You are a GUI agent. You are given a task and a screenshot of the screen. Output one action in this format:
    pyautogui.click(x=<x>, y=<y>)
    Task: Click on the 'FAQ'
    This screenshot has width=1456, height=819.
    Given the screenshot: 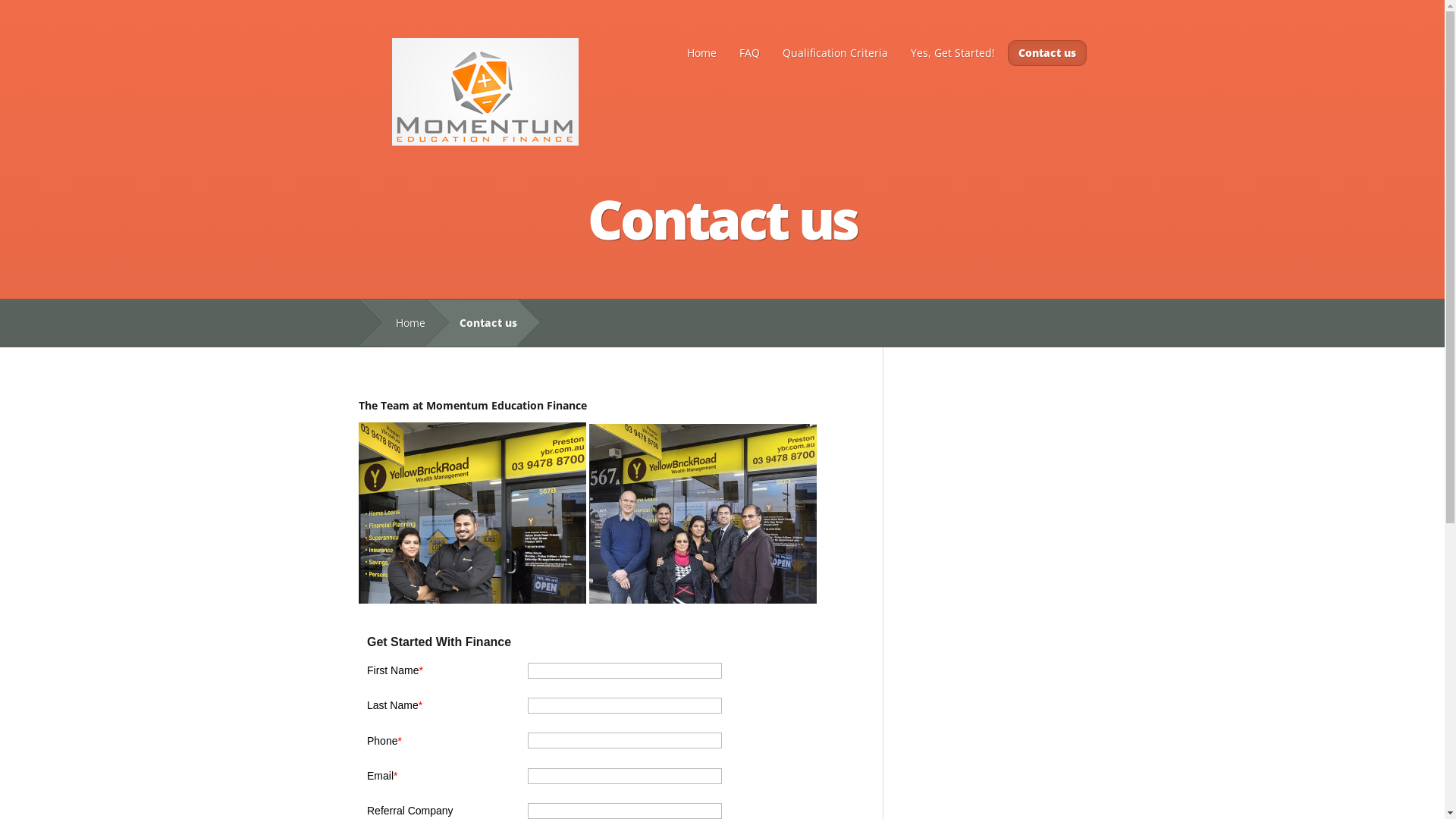 What is the action you would take?
    pyautogui.click(x=729, y=52)
    